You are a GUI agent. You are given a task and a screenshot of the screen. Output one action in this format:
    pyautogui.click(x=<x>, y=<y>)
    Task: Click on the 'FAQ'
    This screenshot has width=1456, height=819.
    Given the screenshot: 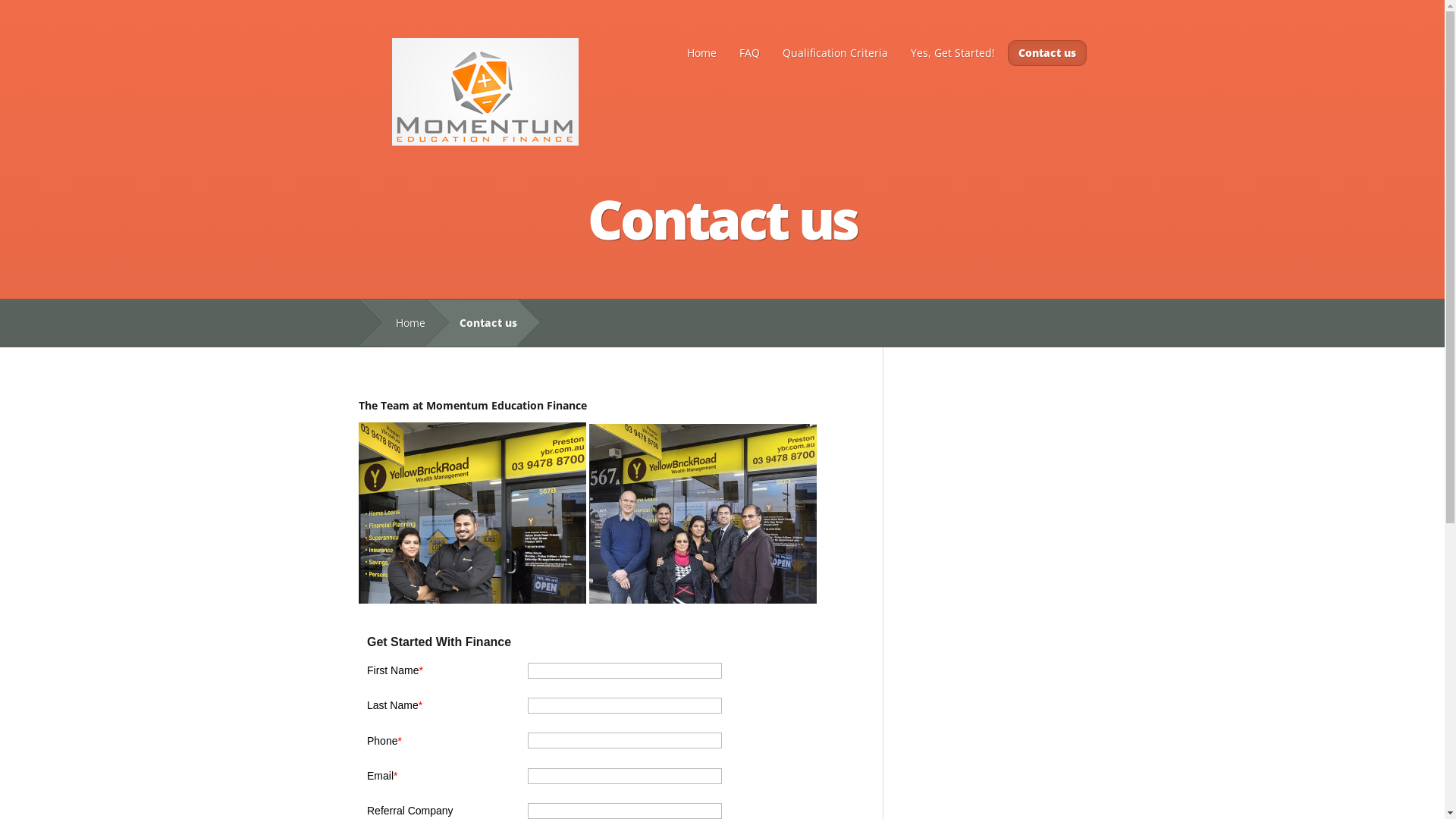 What is the action you would take?
    pyautogui.click(x=729, y=52)
    